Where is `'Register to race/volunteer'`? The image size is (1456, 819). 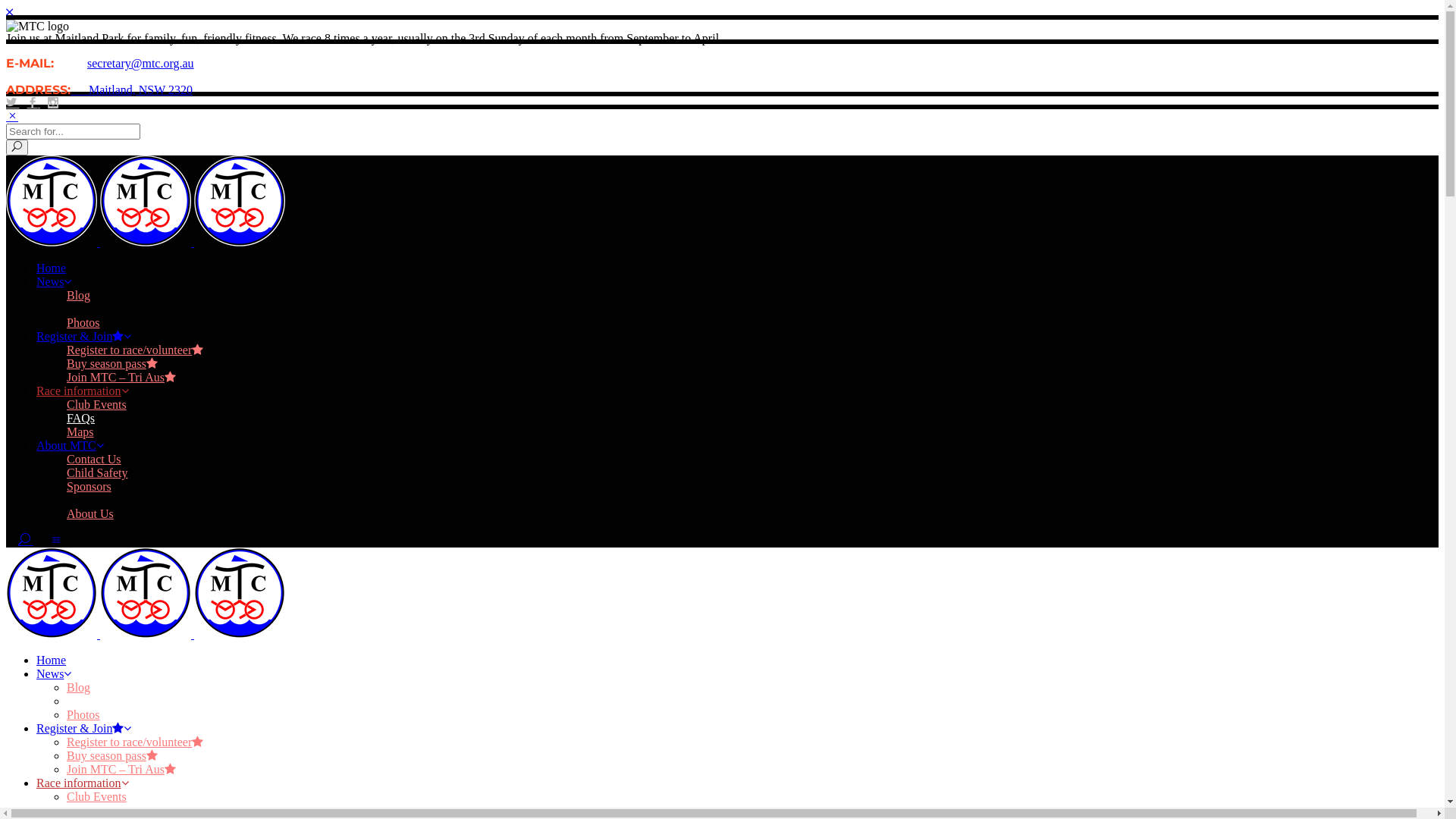 'Register to race/volunteer' is located at coordinates (134, 741).